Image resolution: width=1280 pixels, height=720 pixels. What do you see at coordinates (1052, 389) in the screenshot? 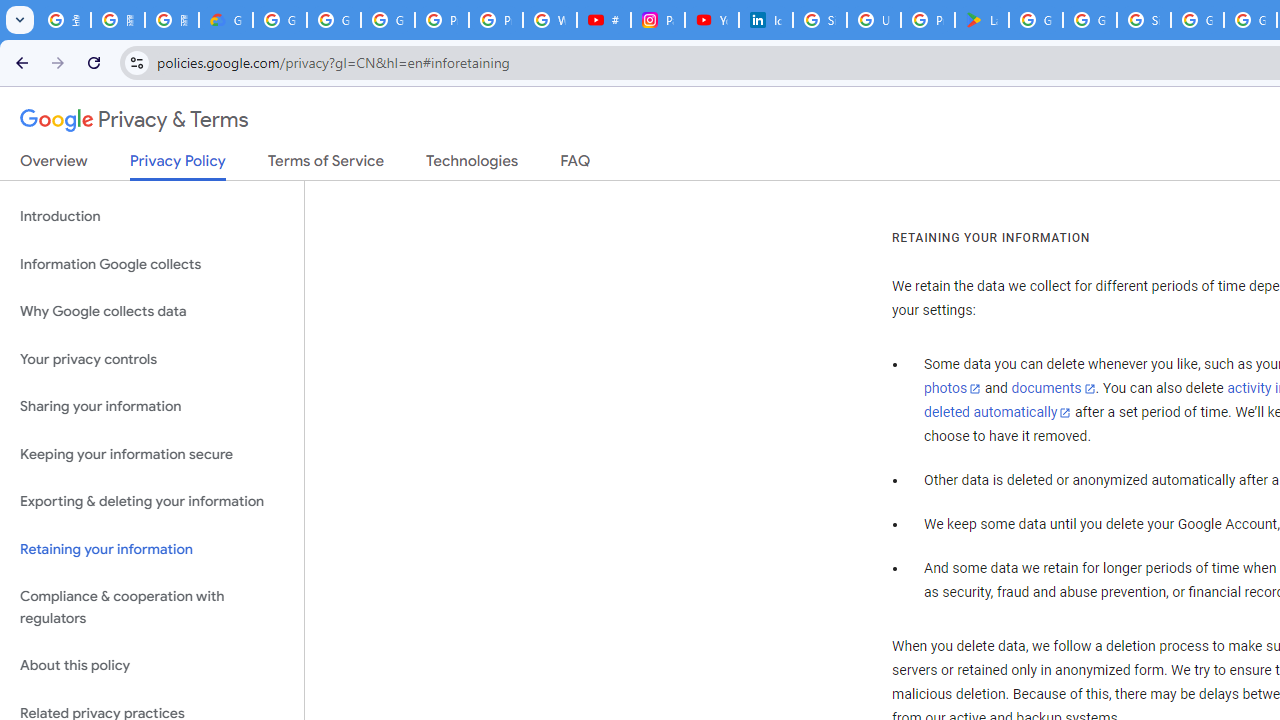
I see `'documents'` at bounding box center [1052, 389].